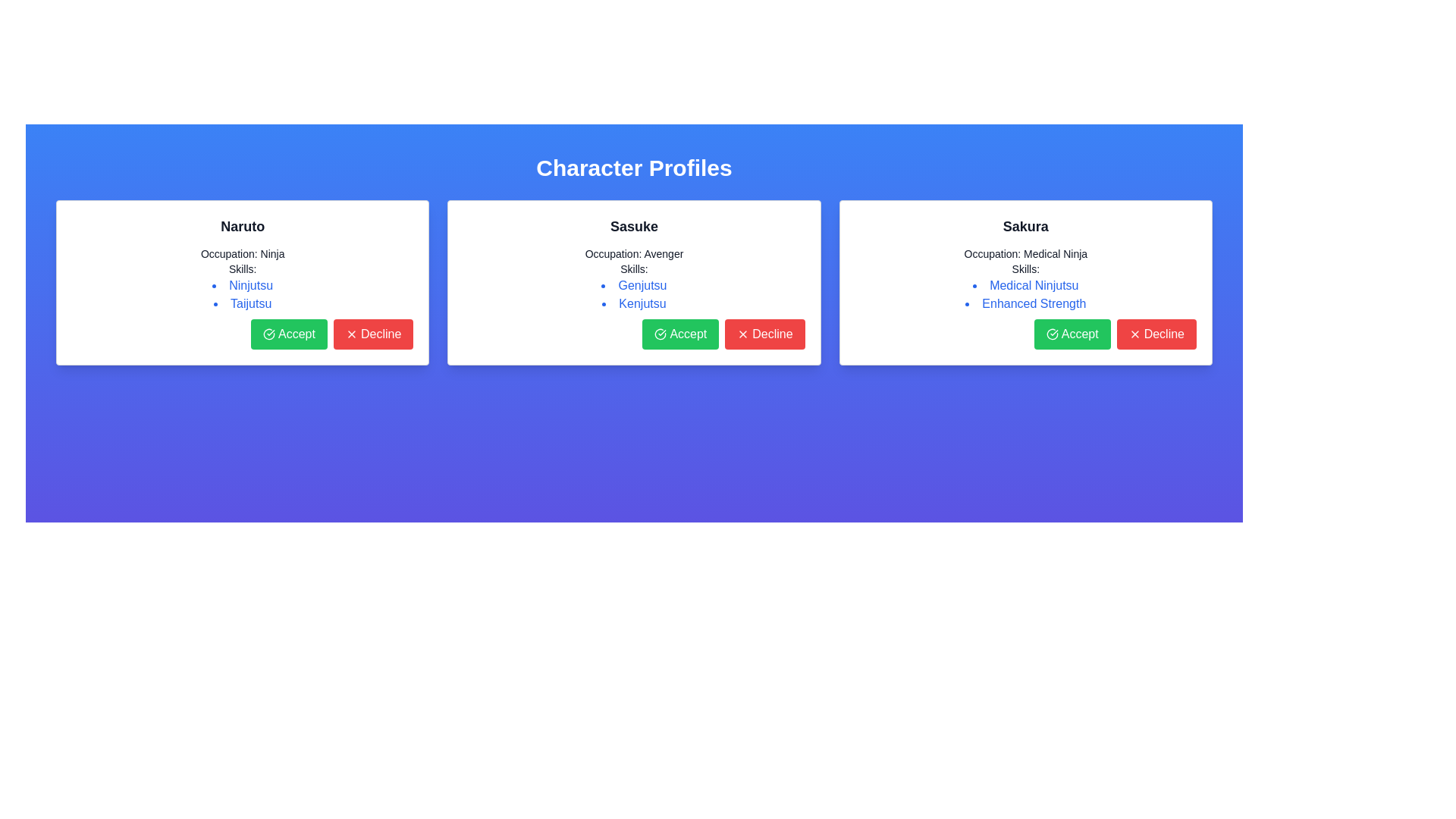  What do you see at coordinates (634, 280) in the screenshot?
I see `detailed information about the character Sasuke's occupation and skills located in the central card below the header text 'Sasuke'` at bounding box center [634, 280].